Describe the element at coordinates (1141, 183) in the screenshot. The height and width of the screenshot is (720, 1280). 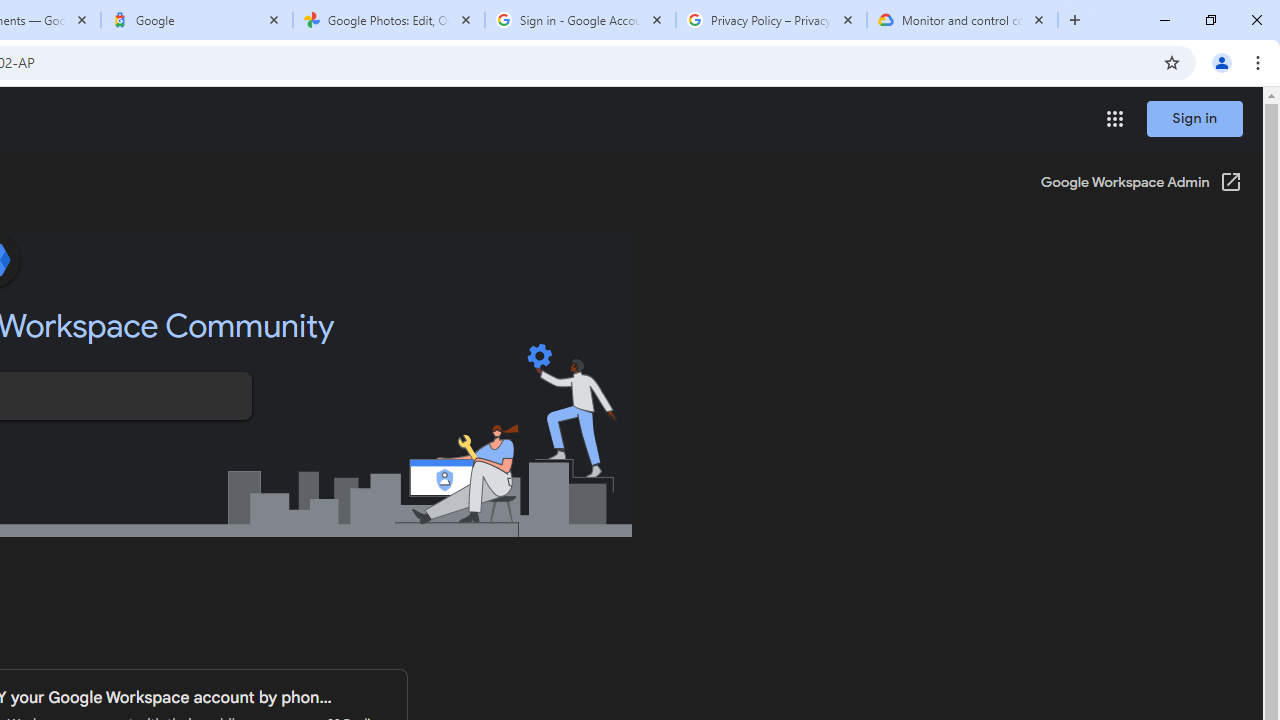
I see `'Google Workspace Admin (Open in a new window)'` at that location.